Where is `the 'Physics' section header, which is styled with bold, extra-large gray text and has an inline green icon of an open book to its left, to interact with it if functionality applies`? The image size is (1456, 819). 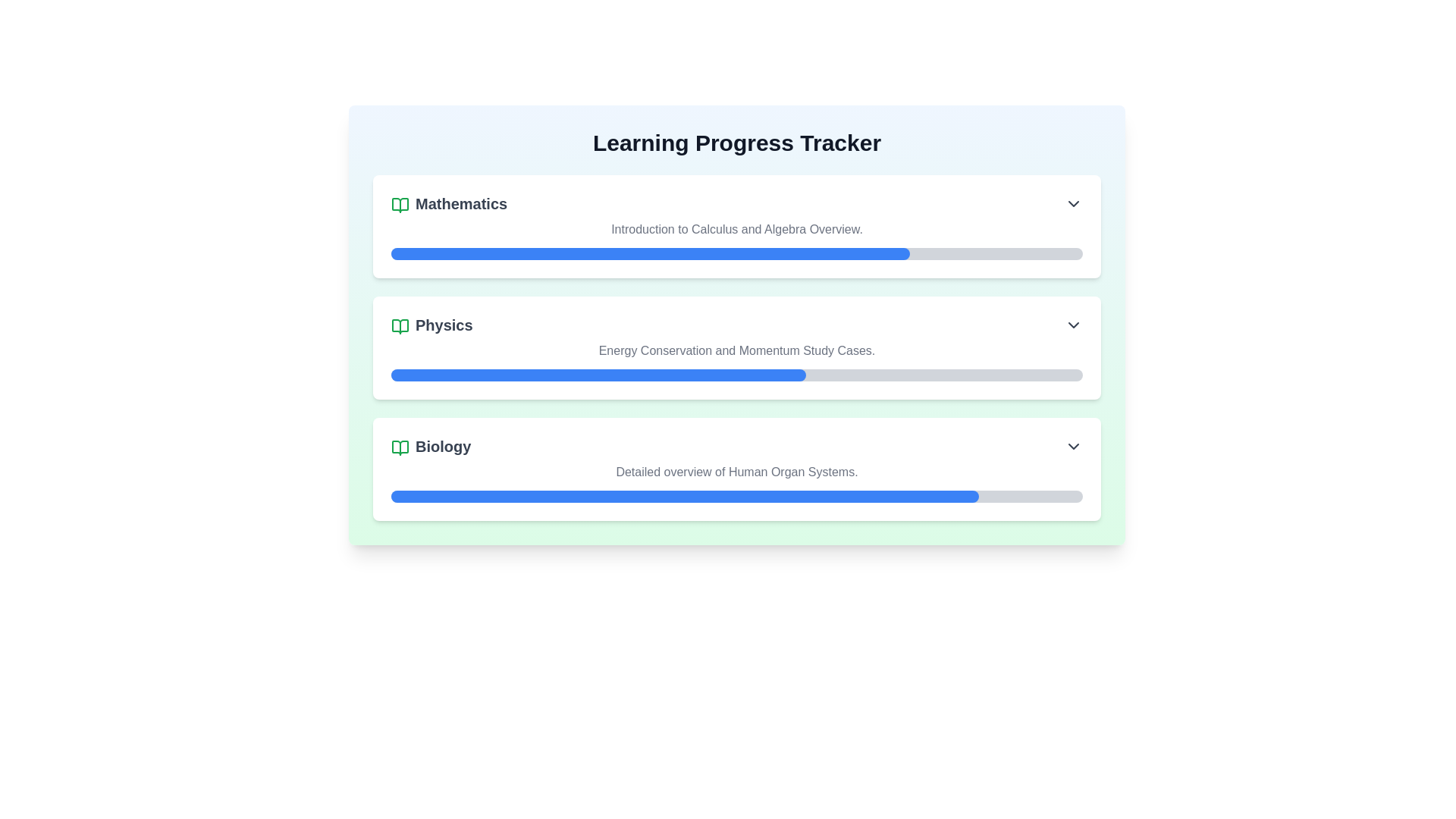
the 'Physics' section header, which is styled with bold, extra-large gray text and has an inline green icon of an open book to its left, to interact with it if functionality applies is located at coordinates (431, 324).